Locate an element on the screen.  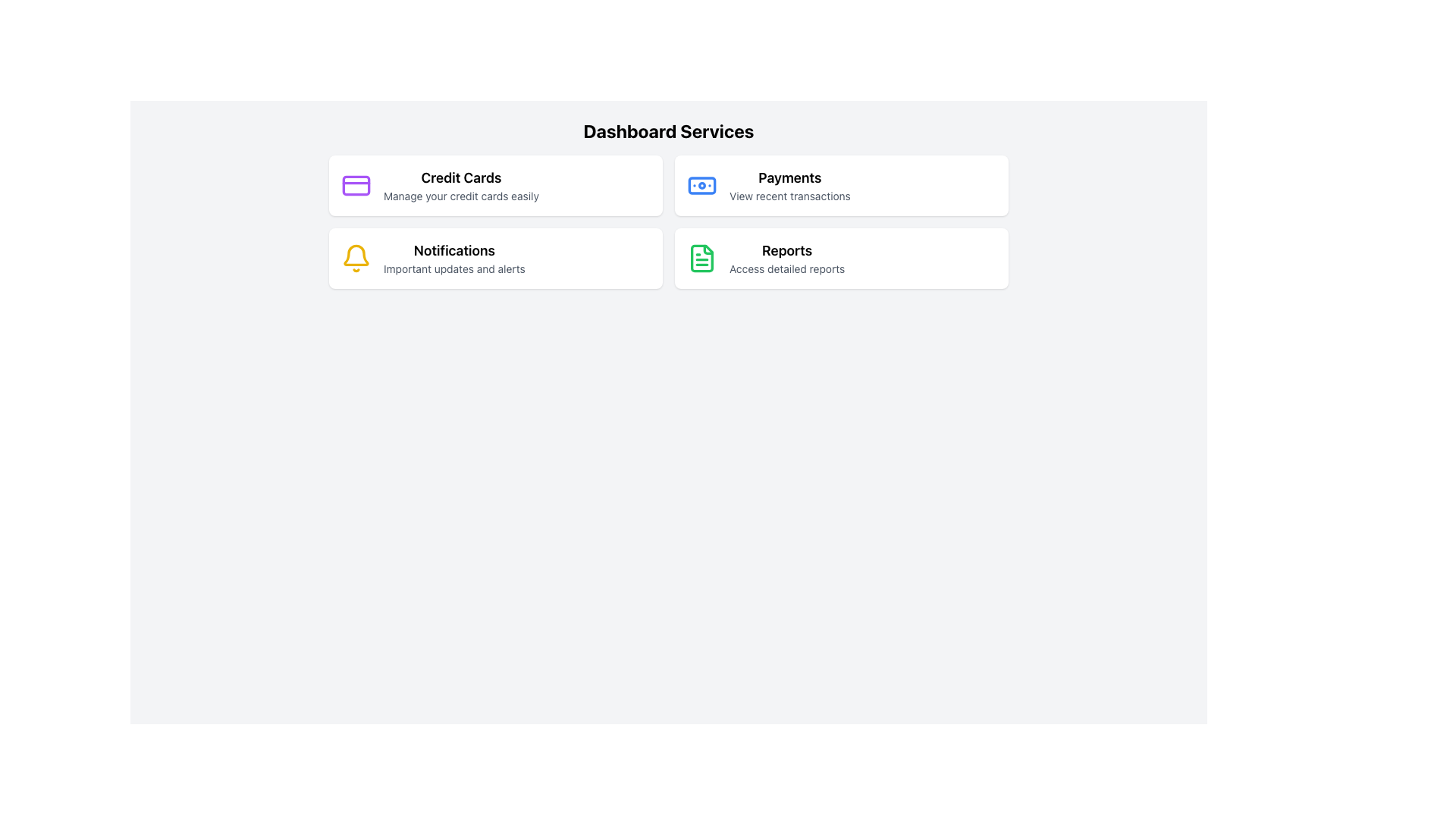
the text label displaying 'Important updates and alerts', which is located below the title 'Notifications' in the dashboard interface is located at coordinates (453, 268).